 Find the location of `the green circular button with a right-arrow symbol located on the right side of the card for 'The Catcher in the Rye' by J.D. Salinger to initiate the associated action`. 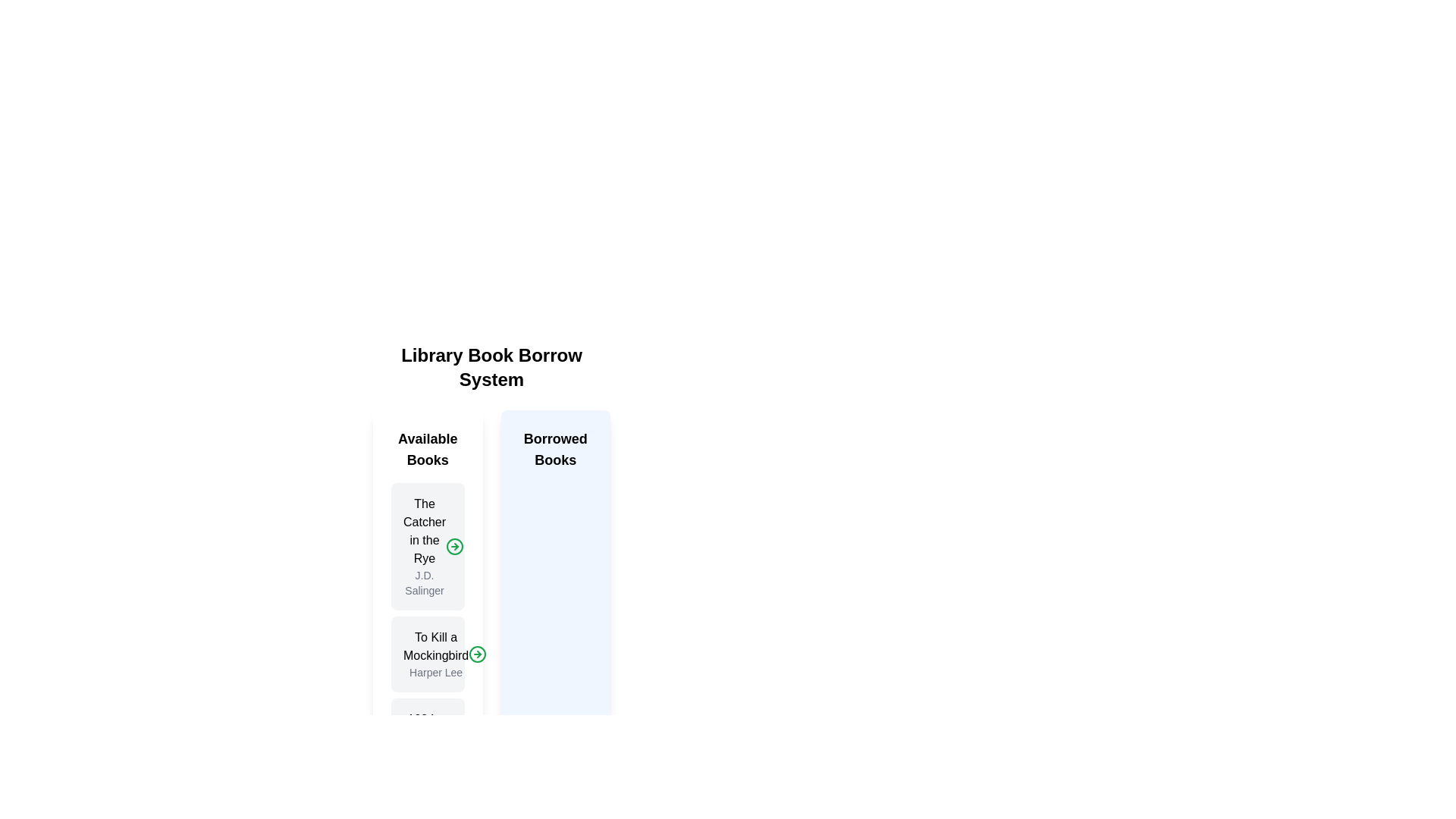

the green circular button with a right-arrow symbol located on the right side of the card for 'The Catcher in the Rye' by J.D. Salinger to initiate the associated action is located at coordinates (454, 547).